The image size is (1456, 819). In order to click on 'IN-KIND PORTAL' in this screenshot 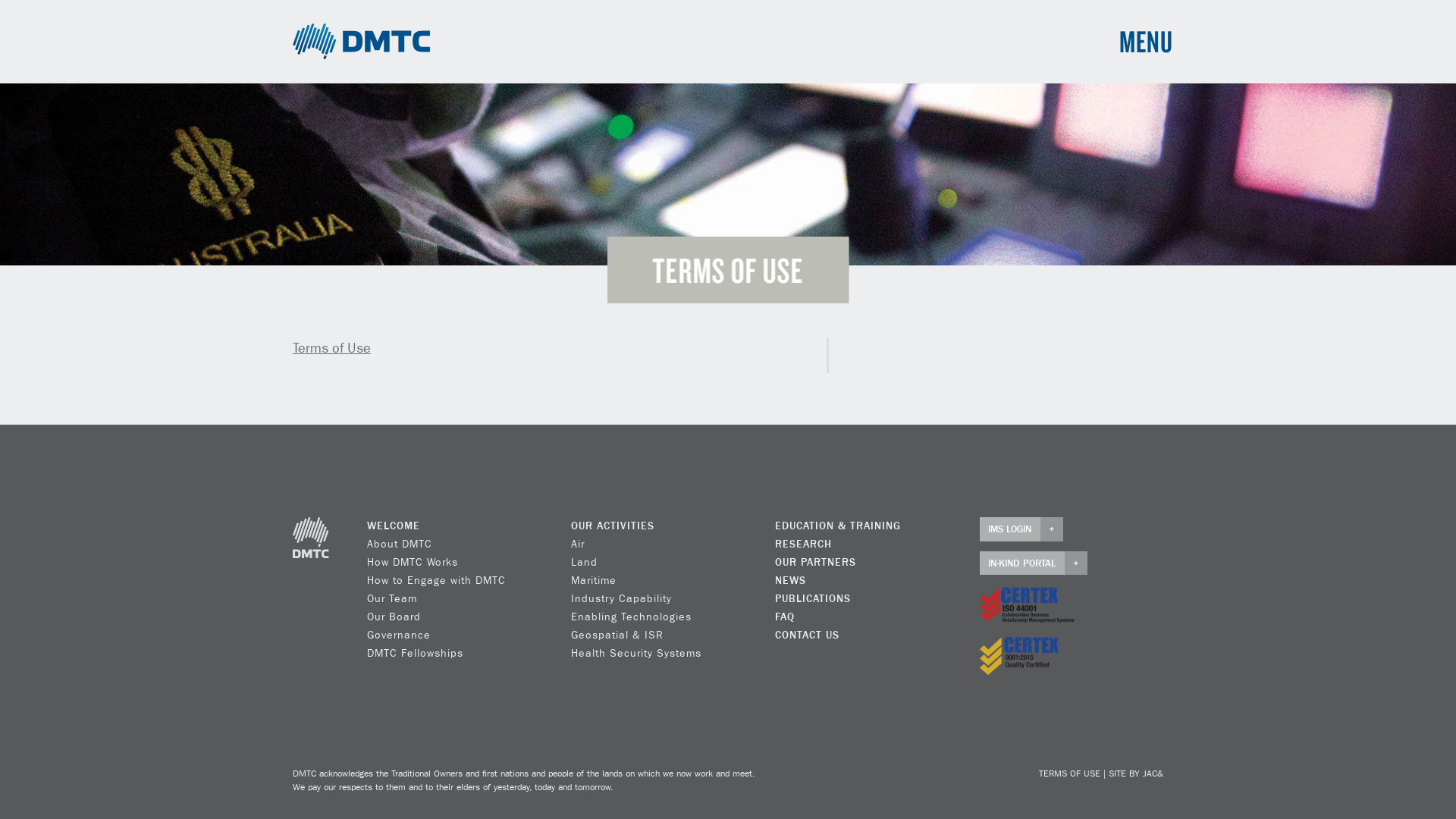, I will do `click(1033, 563)`.